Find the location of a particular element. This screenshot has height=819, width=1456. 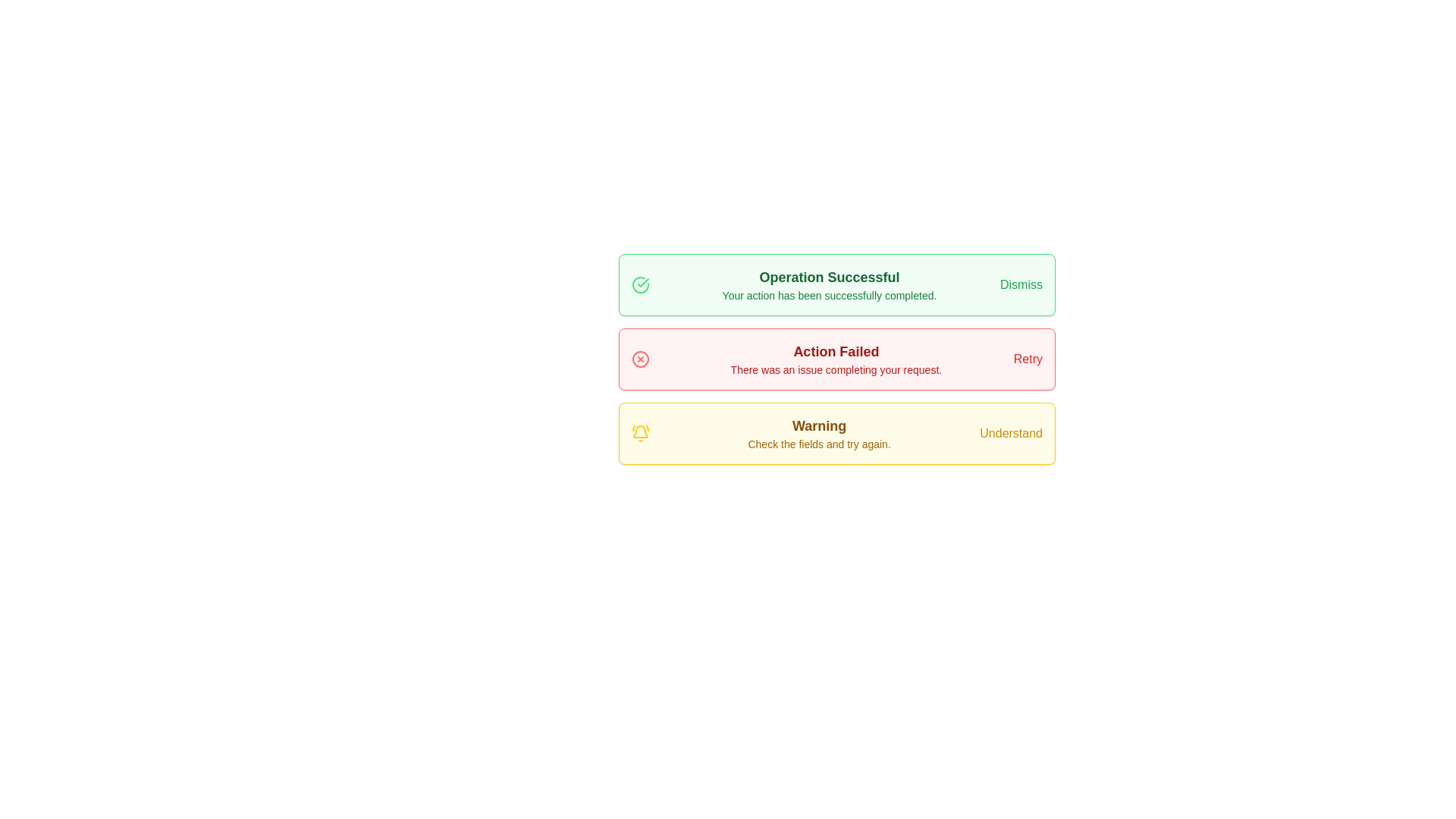

the warning title text in the yellow notification box that alerts the user about a specific issue is located at coordinates (818, 426).